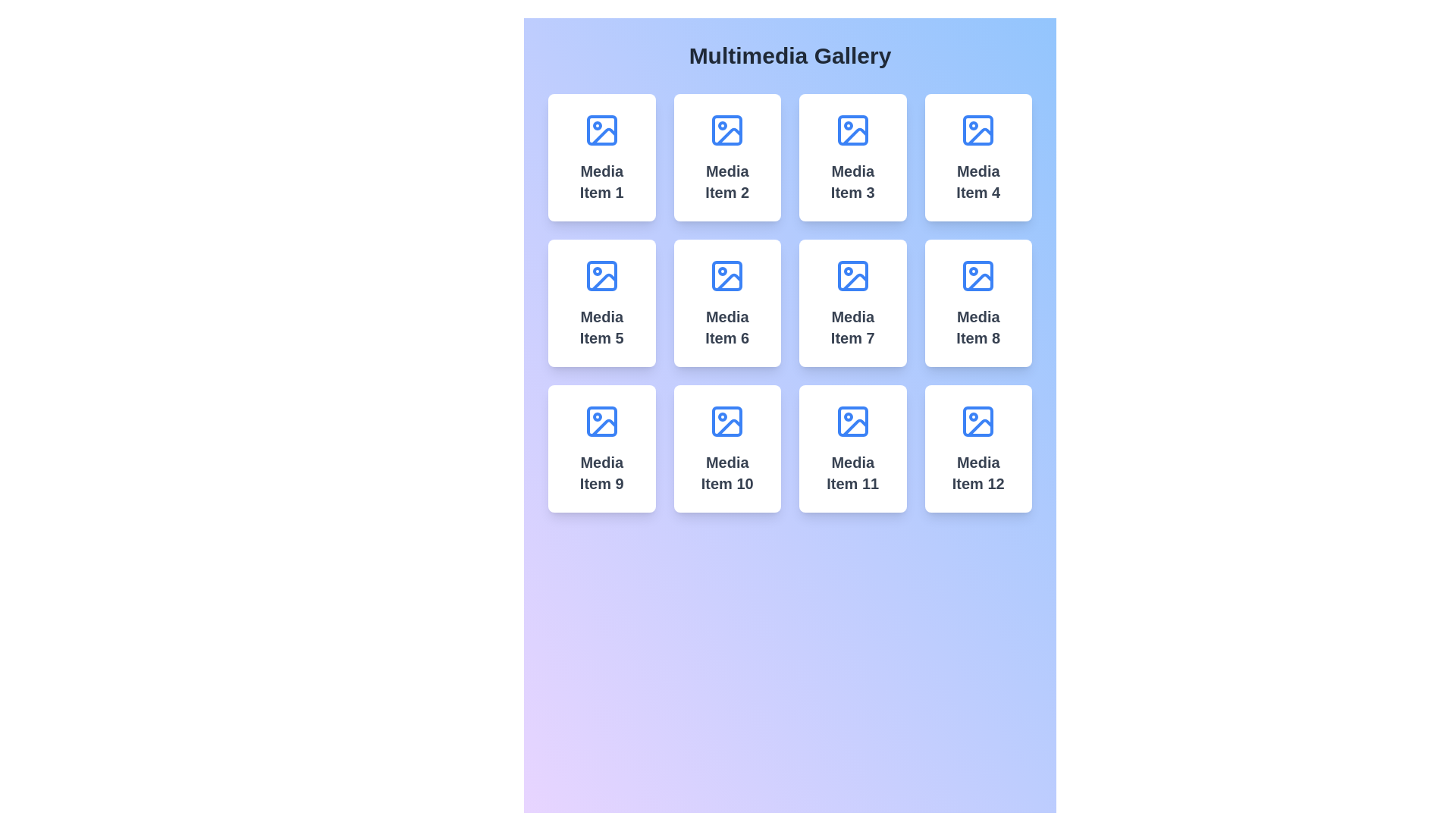 The width and height of the screenshot is (1456, 819). Describe the element at coordinates (726, 472) in the screenshot. I see `the static text label displaying 'Media Item 10', which is styled in gray, large, and bold font, located in the tenth card of a 4x3 grid layout` at that location.